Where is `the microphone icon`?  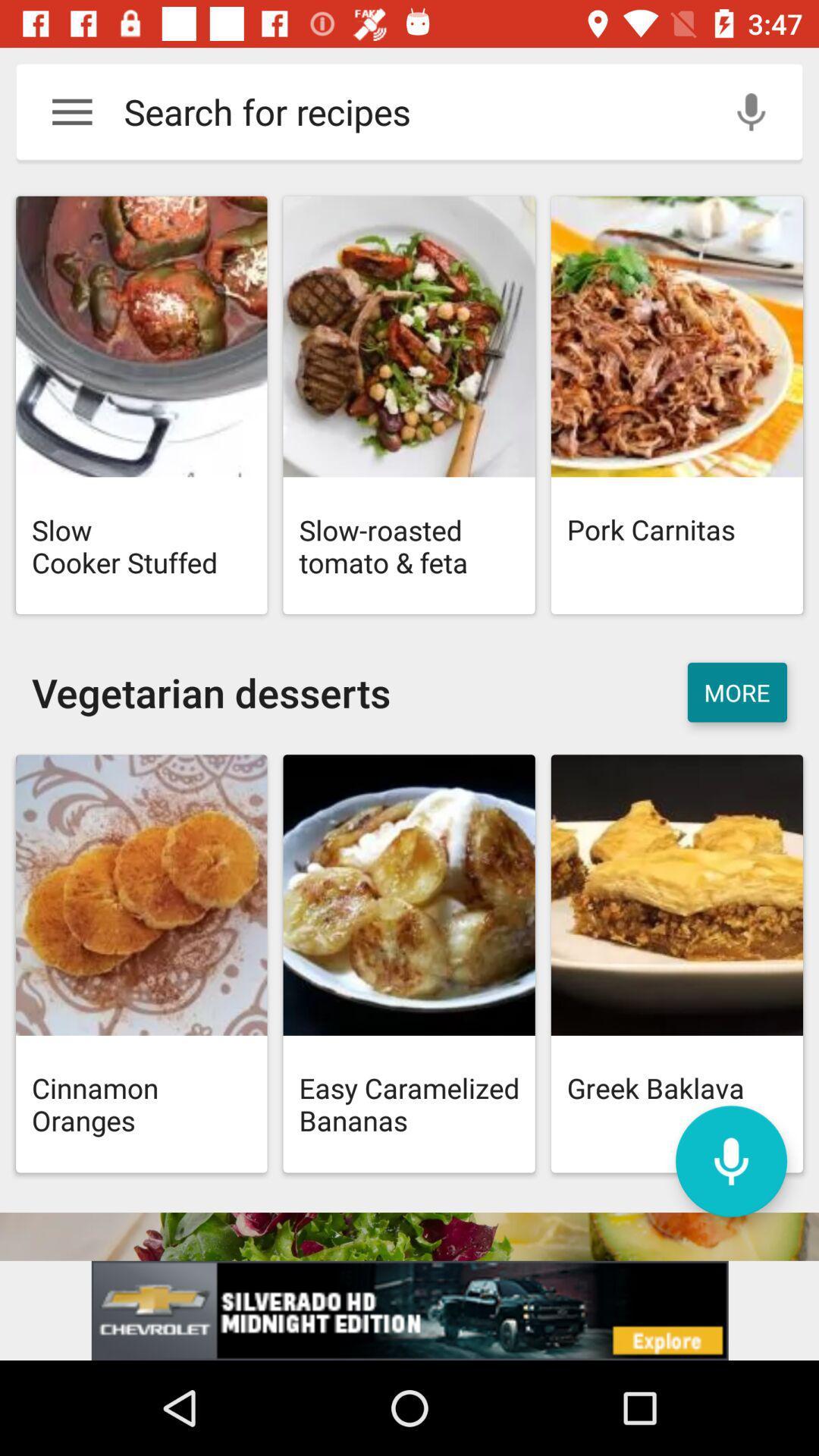 the microphone icon is located at coordinates (751, 111).